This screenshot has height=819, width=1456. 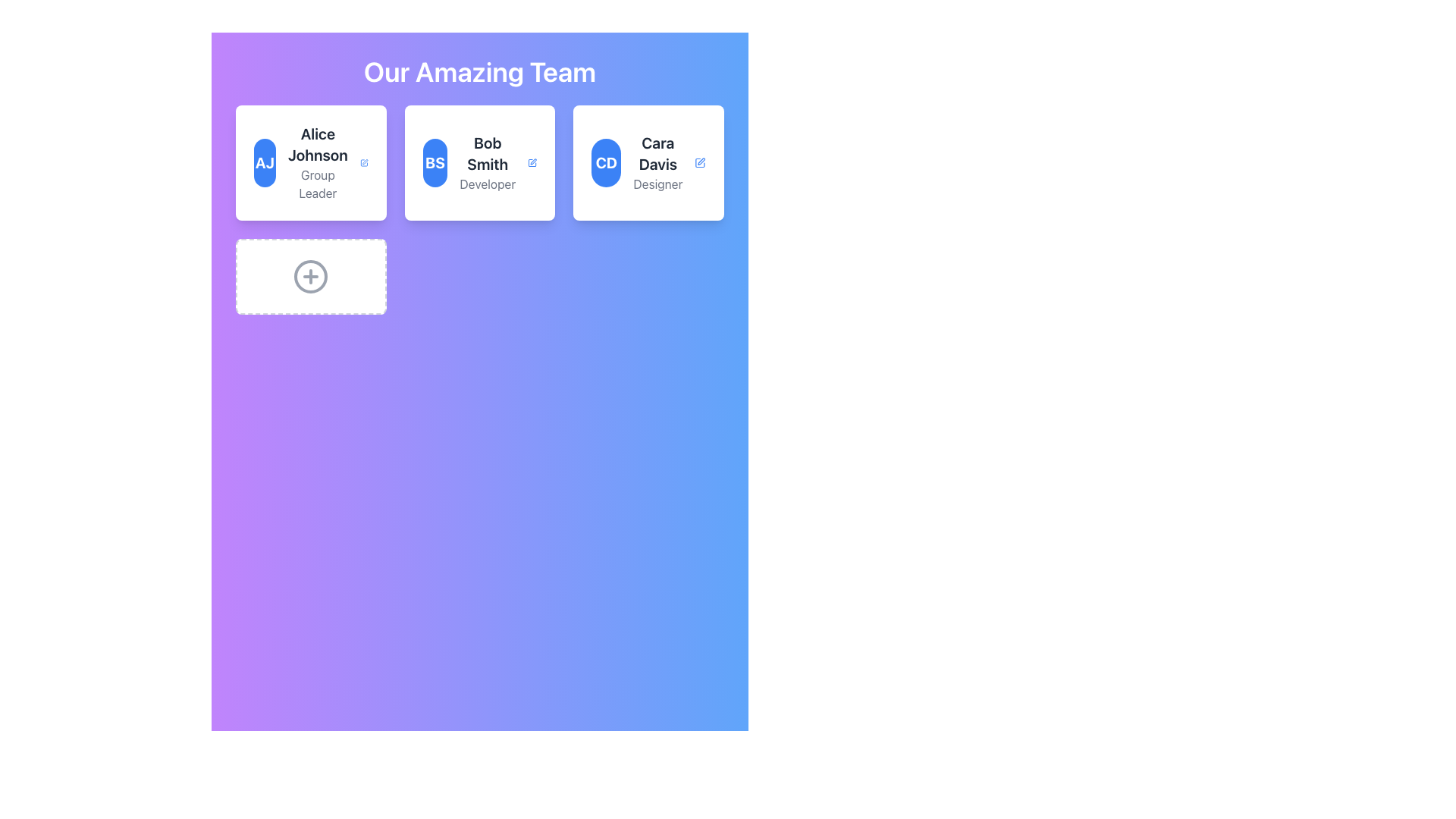 What do you see at coordinates (488, 163) in the screenshot?
I see `the text block containing 'Bob Smith' and 'Developer', which is located in the second card of the team member list` at bounding box center [488, 163].